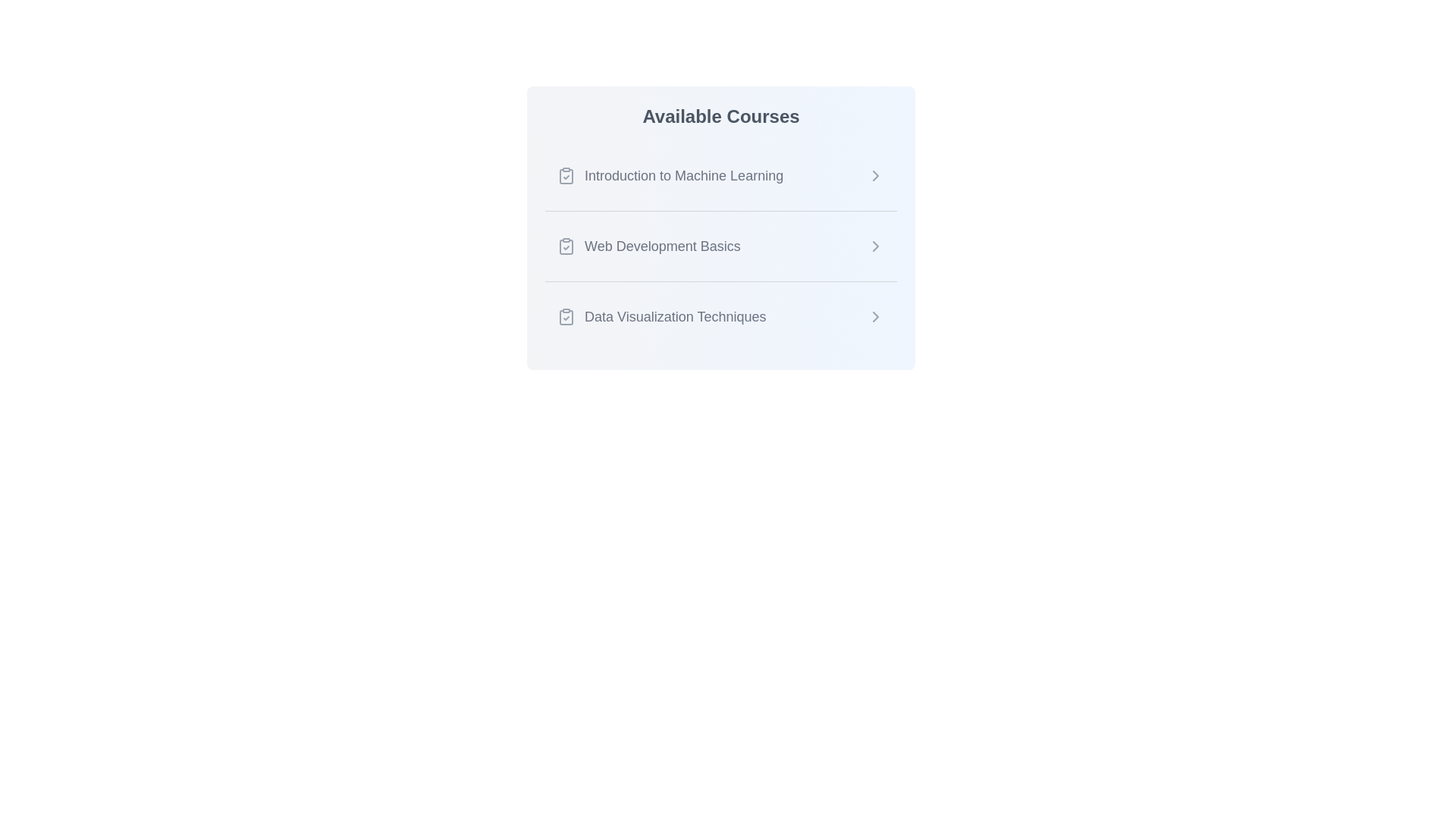 The image size is (1456, 819). Describe the element at coordinates (720, 315) in the screenshot. I see `the button corresponding to the course Data Visualization Techniques to expand its details` at that location.